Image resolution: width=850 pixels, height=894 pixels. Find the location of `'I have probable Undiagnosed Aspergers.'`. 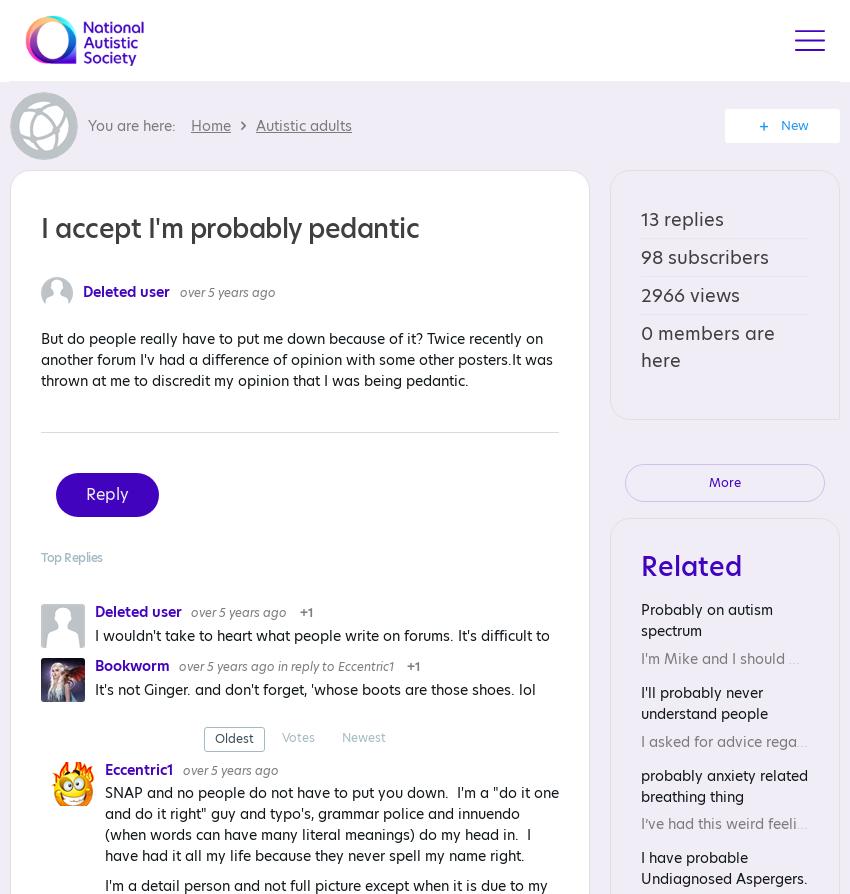

'I have probable Undiagnosed Aspergers.' is located at coordinates (724, 868).